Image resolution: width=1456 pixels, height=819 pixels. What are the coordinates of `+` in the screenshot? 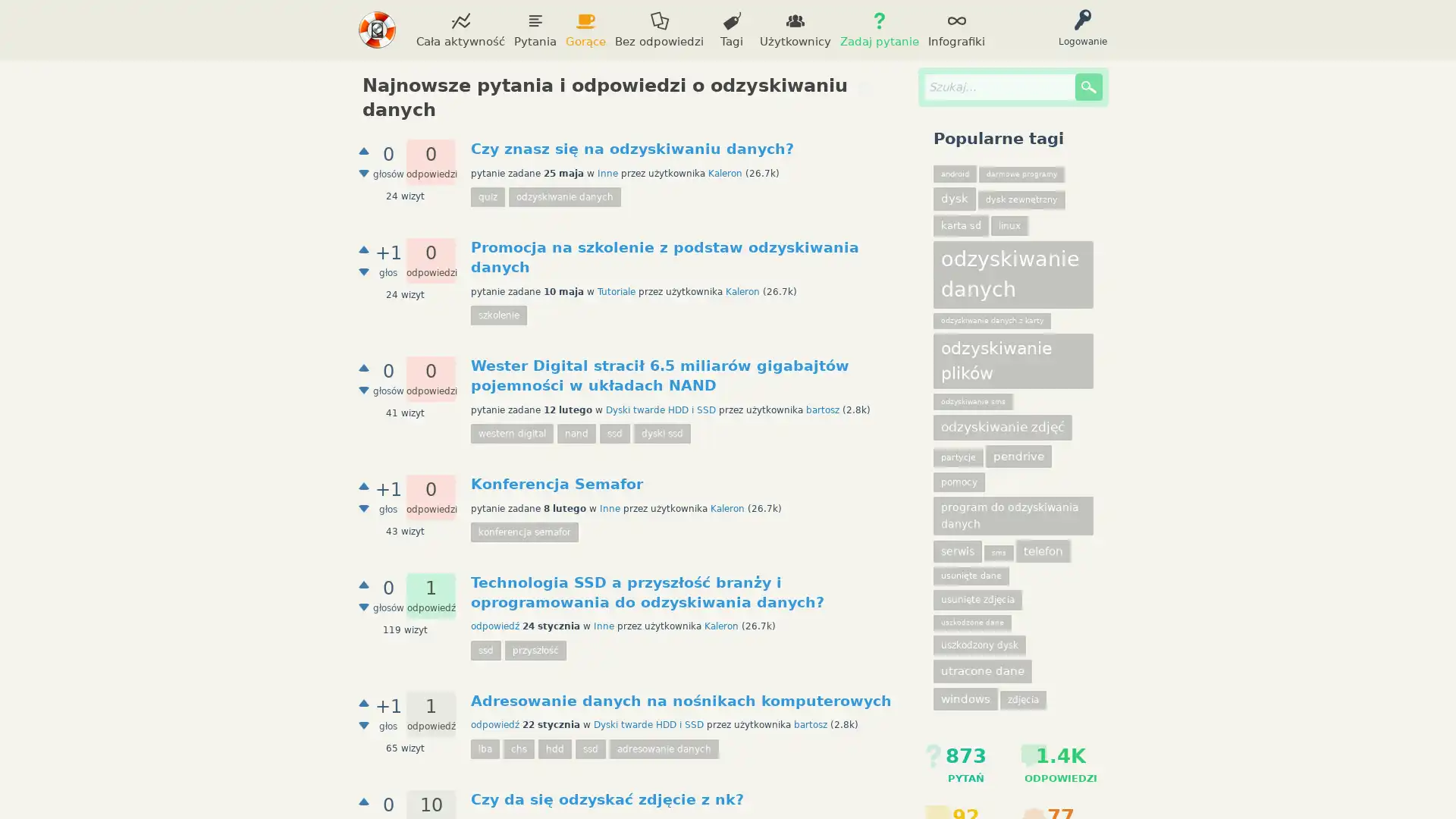 It's located at (364, 248).